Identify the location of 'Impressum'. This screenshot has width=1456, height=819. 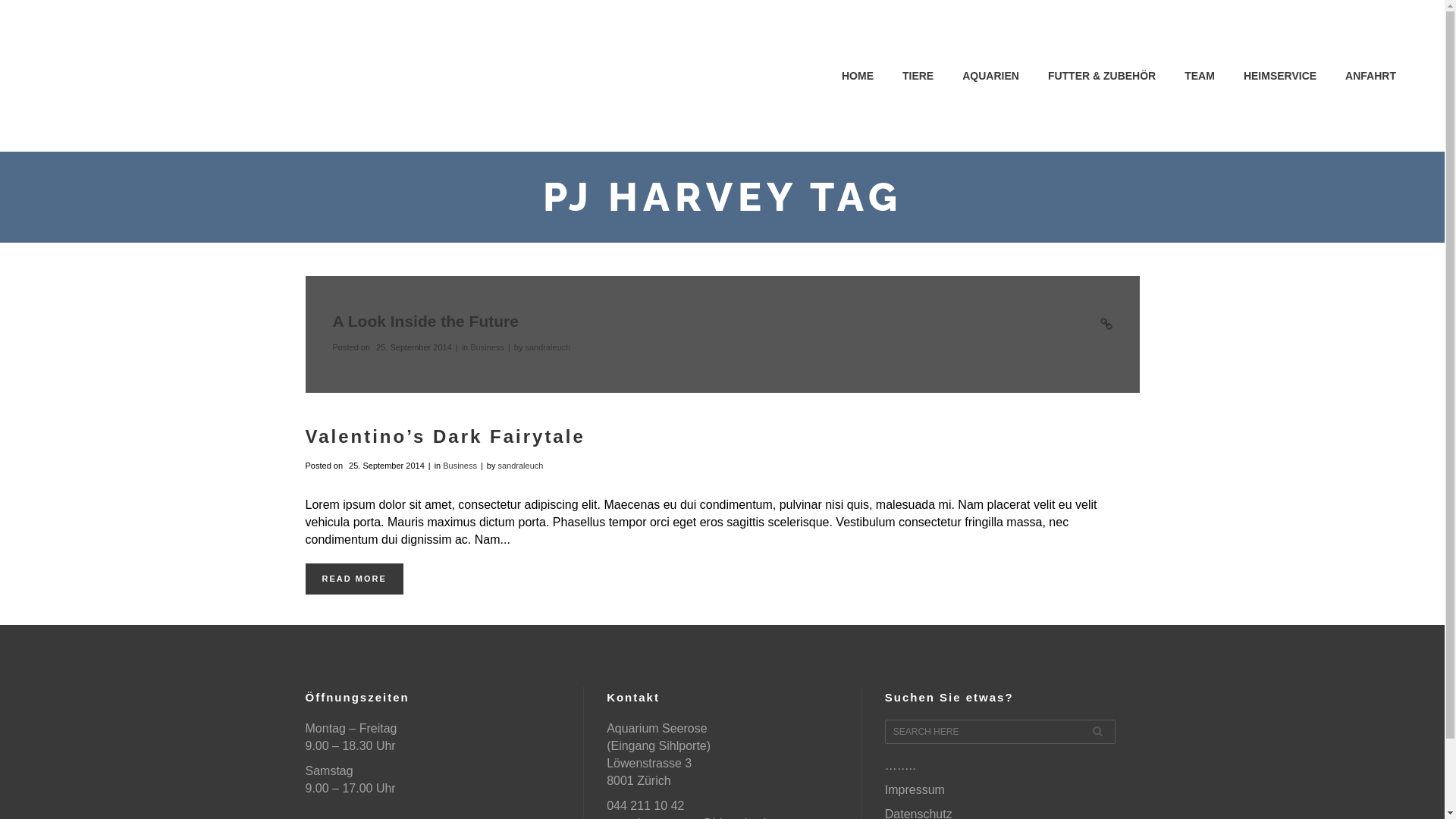
(884, 789).